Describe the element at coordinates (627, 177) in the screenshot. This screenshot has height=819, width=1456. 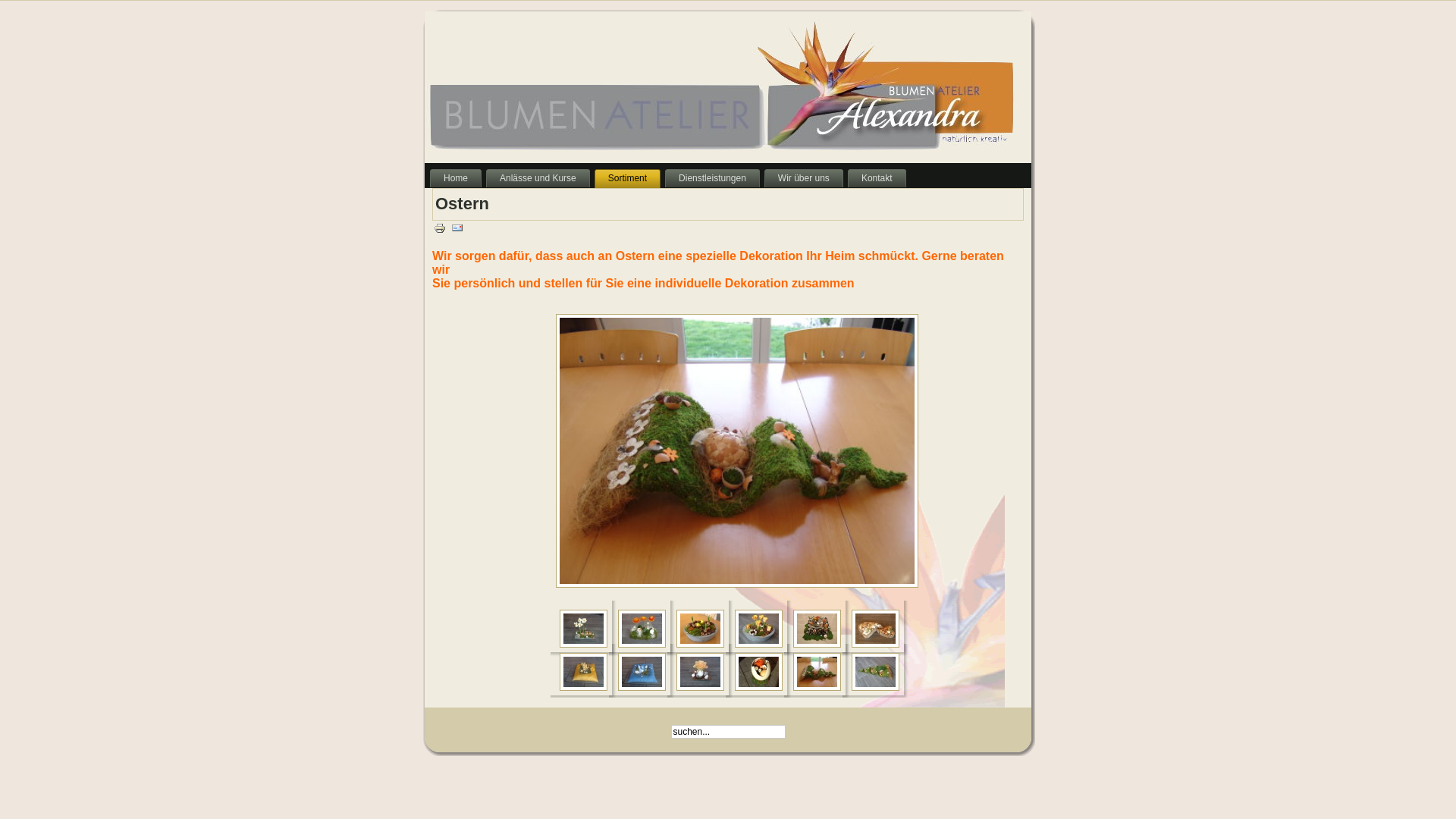
I see `'Sortiment'` at that location.